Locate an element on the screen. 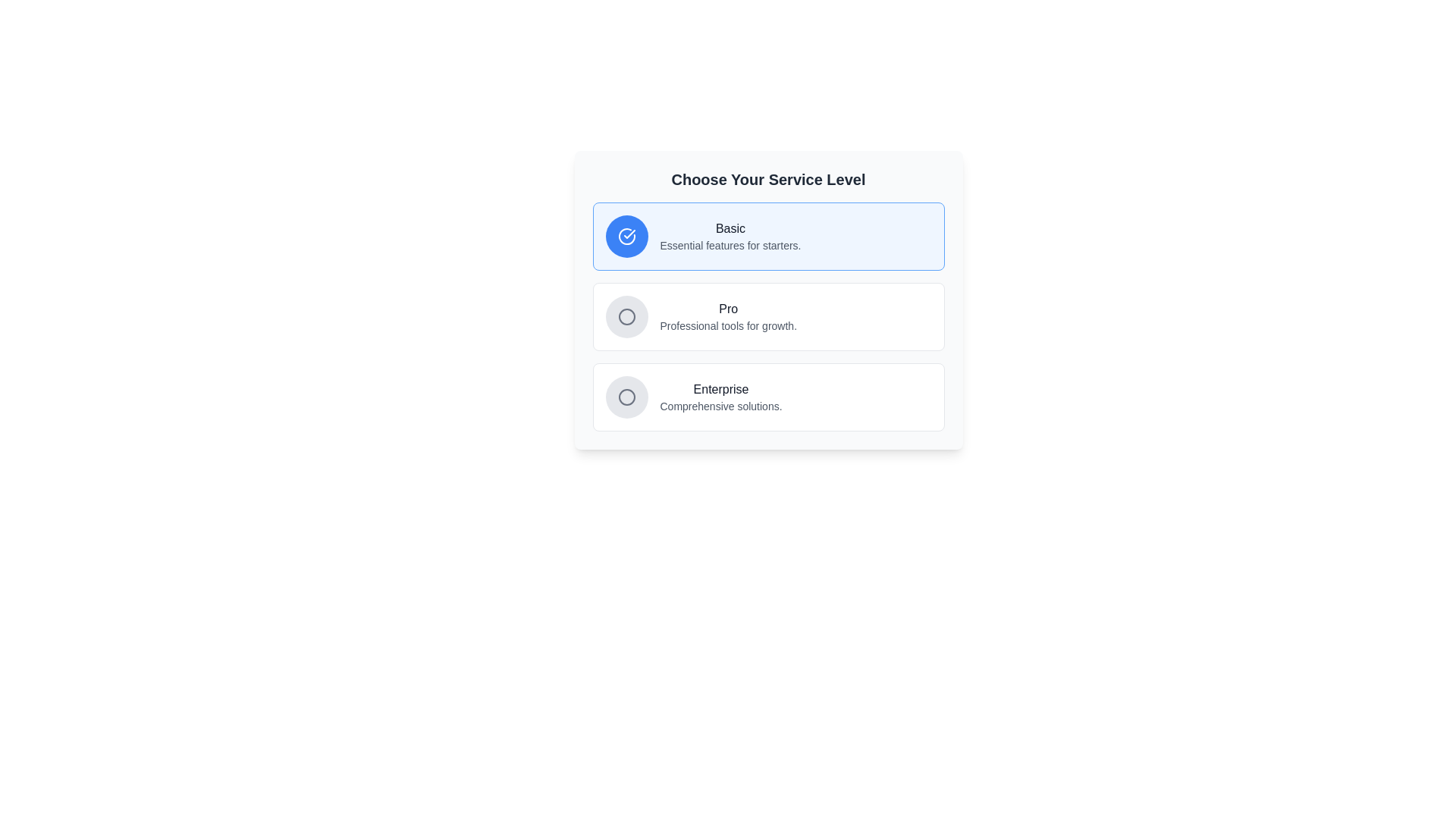  the text label that describes the 'Pro' service level, which is located directly below the 'Pro' label in the service level options list is located at coordinates (728, 325).